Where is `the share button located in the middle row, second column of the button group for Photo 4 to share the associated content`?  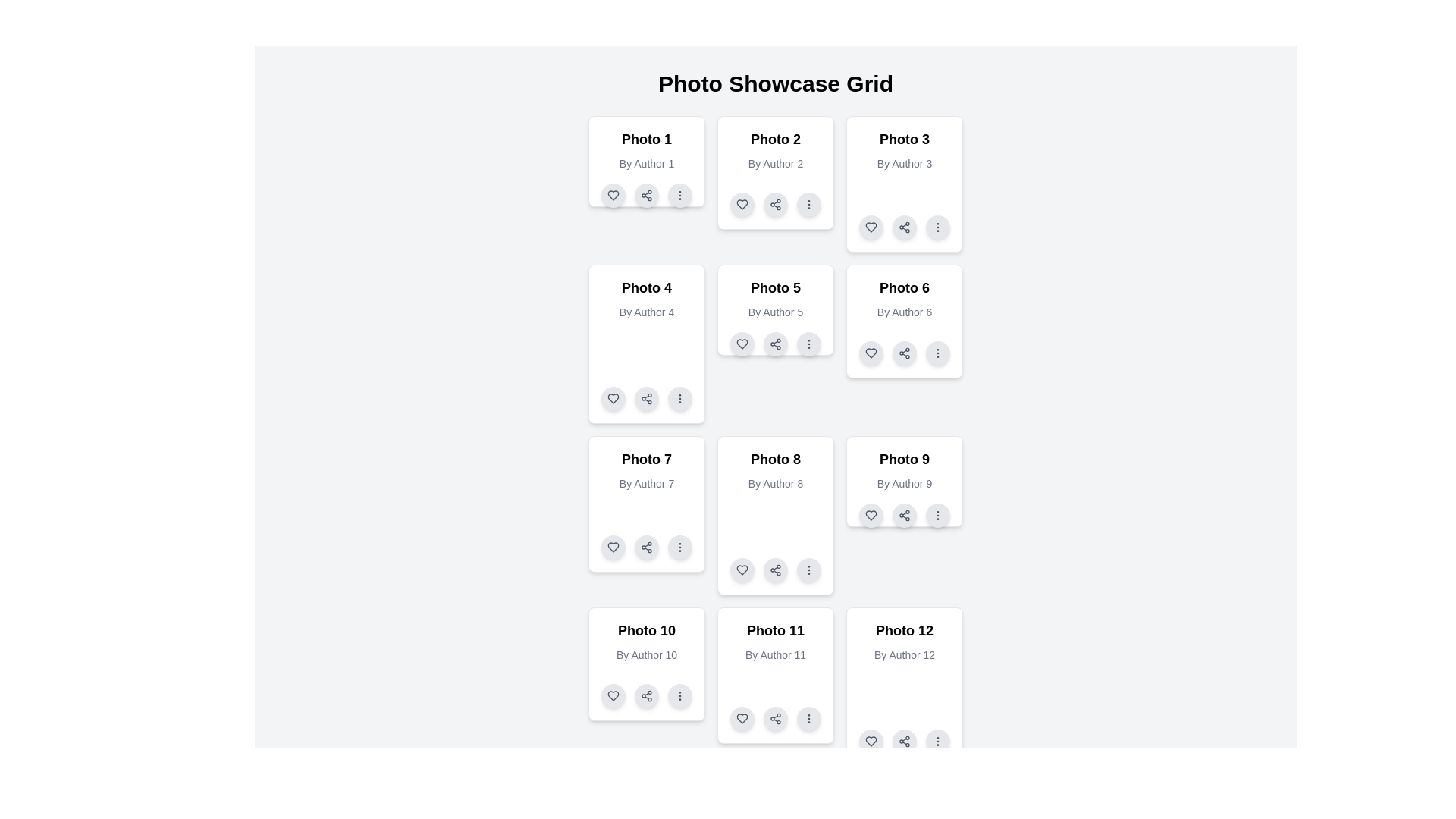
the share button located in the middle row, second column of the button group for Photo 4 to share the associated content is located at coordinates (647, 397).